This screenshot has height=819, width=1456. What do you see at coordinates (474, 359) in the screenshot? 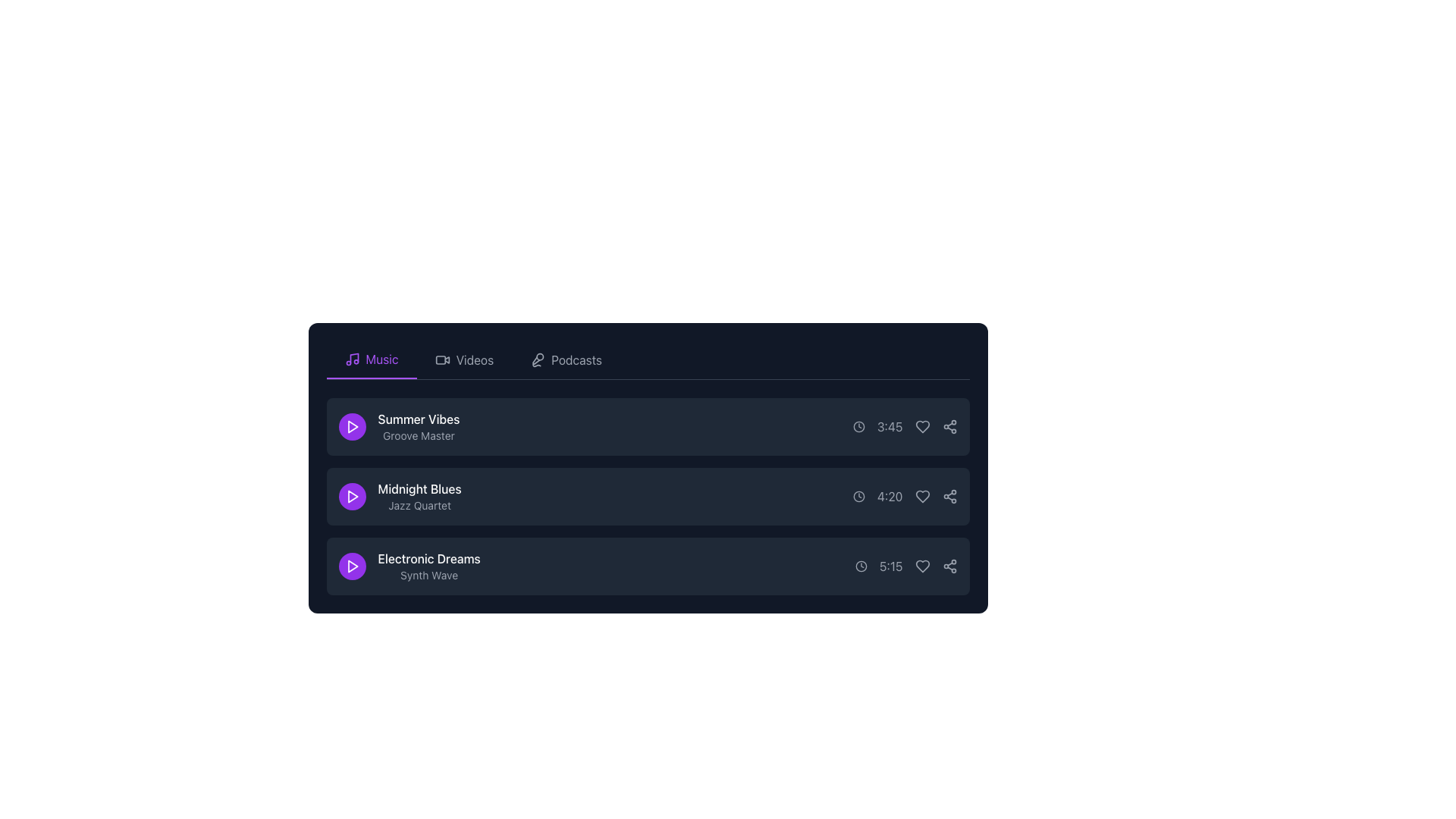
I see `the text label in the navigation bar that is the second item from the left, immediately after the 'Music' tab` at bounding box center [474, 359].